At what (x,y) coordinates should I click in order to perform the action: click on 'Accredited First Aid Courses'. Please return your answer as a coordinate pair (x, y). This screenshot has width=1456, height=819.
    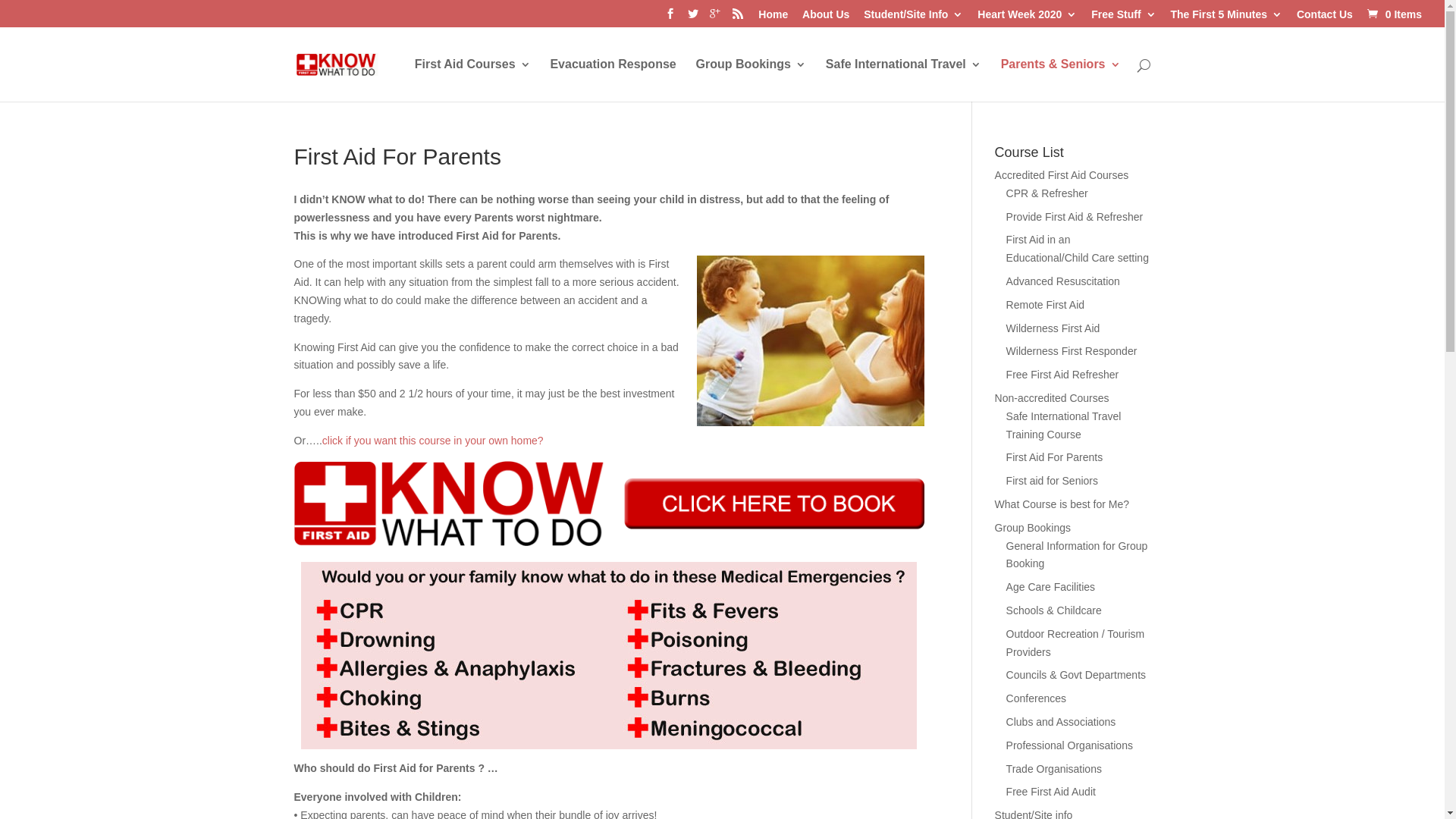
    Looking at the image, I should click on (1061, 174).